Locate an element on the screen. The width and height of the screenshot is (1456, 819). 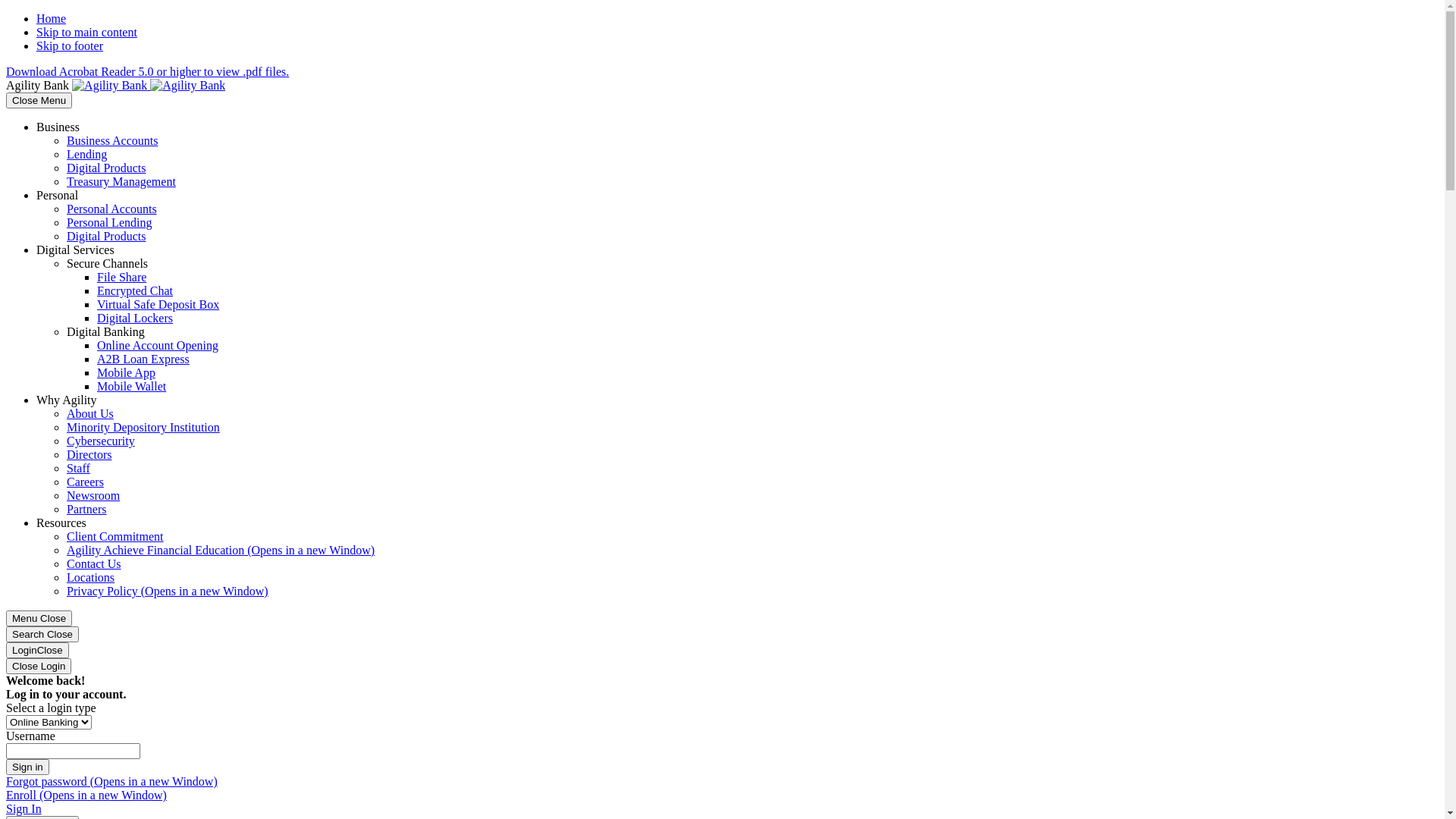
'Skip to main content' is located at coordinates (86, 32).